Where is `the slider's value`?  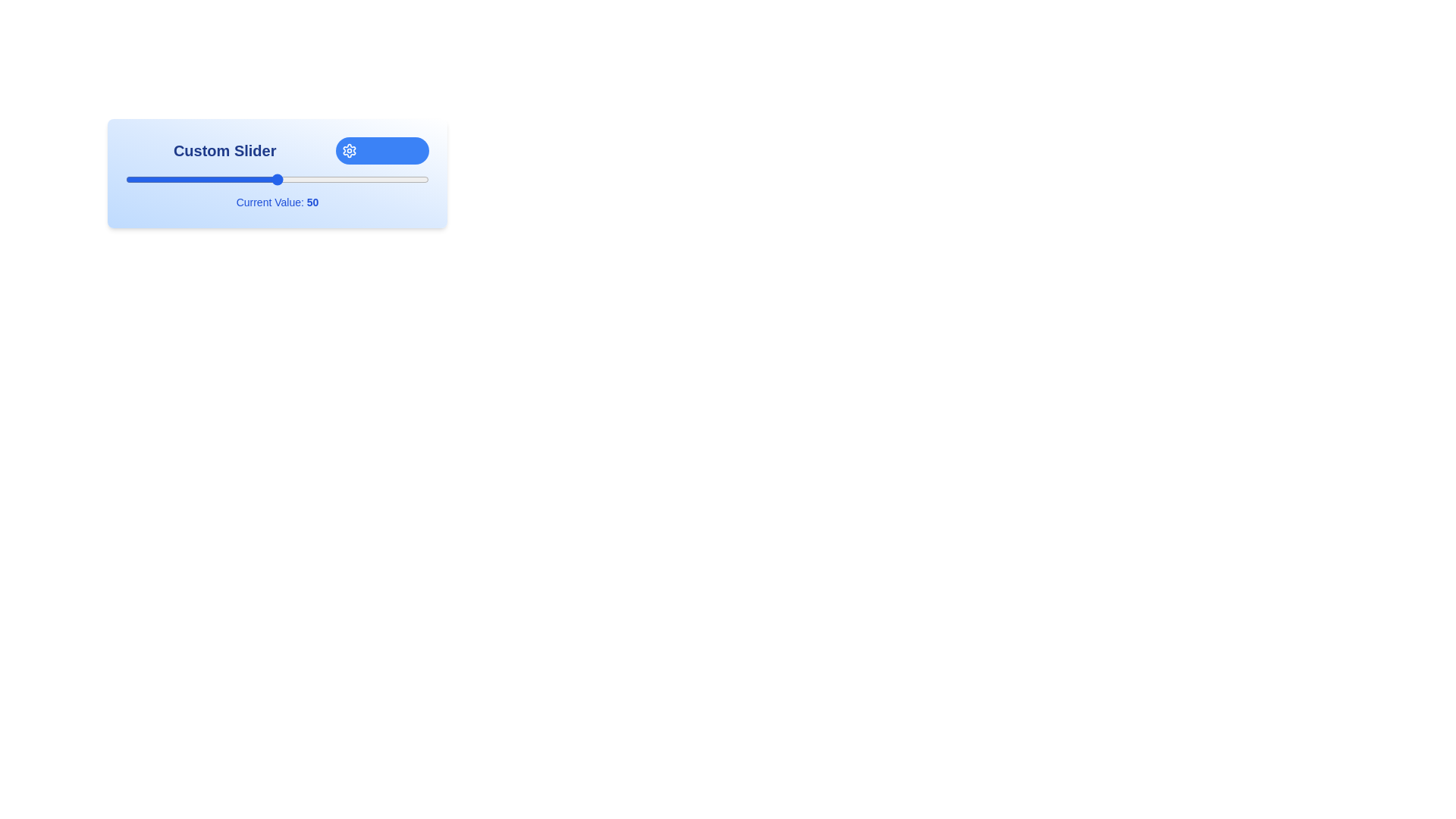
the slider's value is located at coordinates (287, 178).